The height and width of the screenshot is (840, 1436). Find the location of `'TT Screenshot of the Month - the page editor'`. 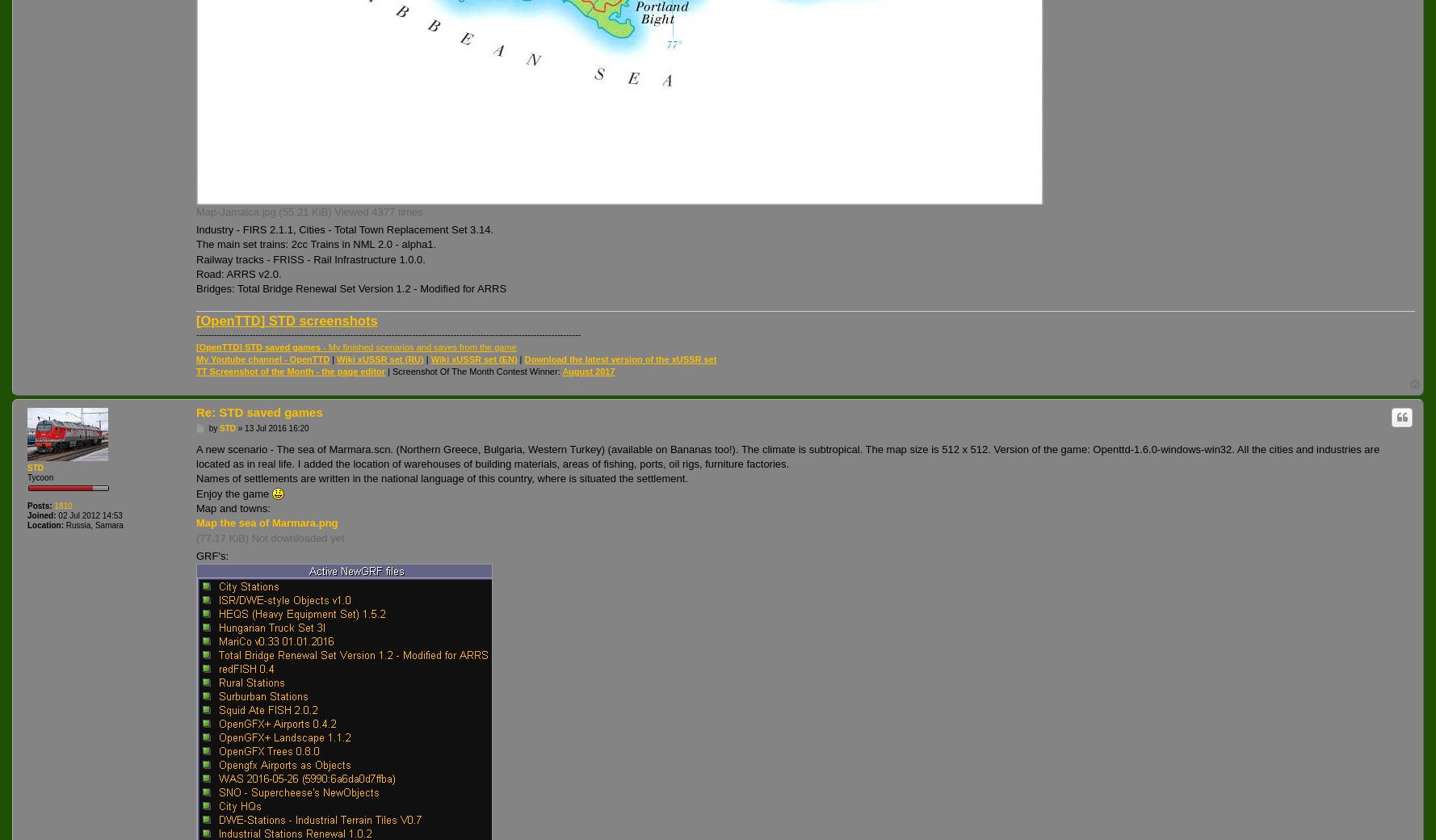

'TT Screenshot of the Month - the page editor' is located at coordinates (195, 371).